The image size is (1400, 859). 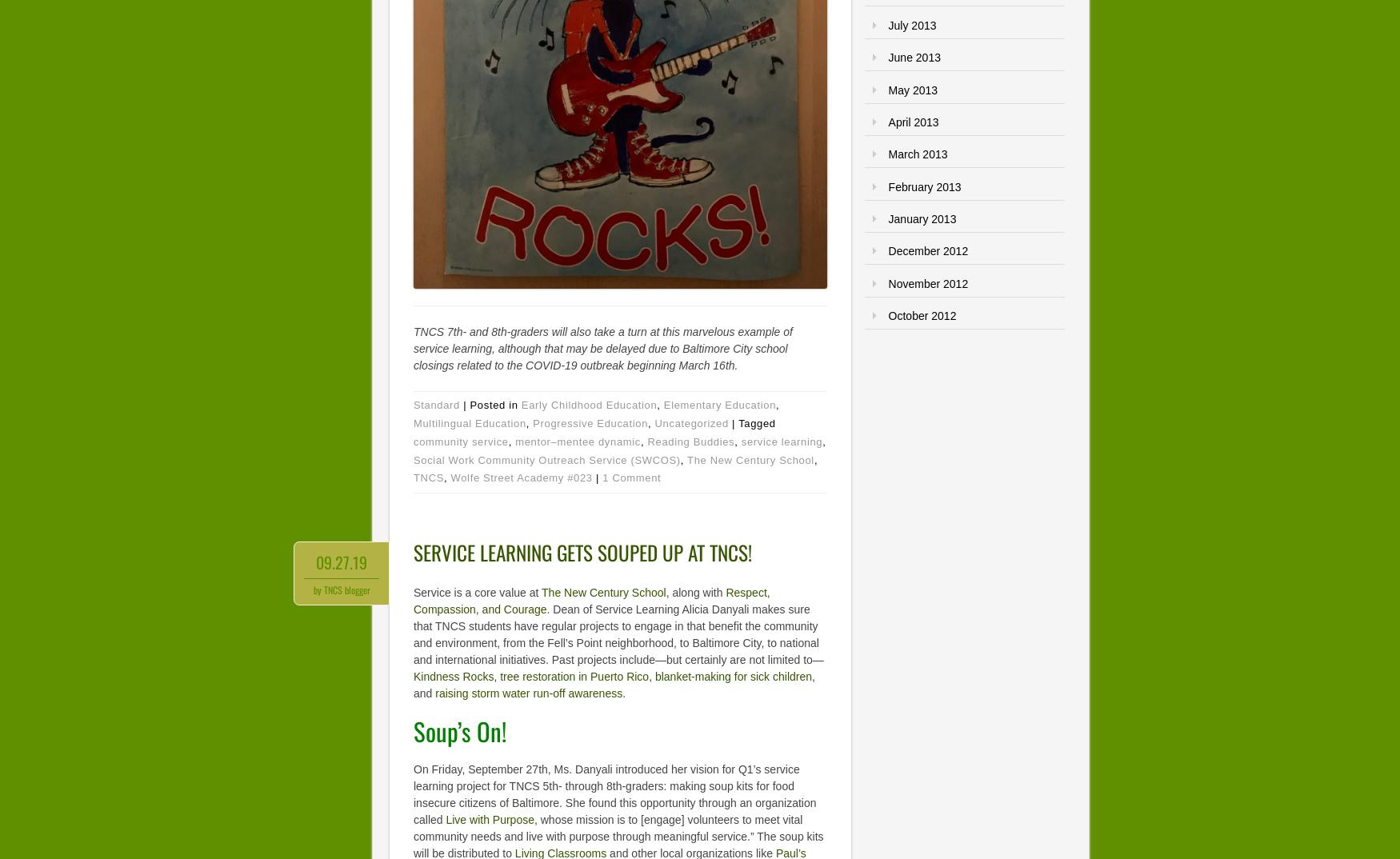 I want to click on ', along with', so click(x=695, y=592).